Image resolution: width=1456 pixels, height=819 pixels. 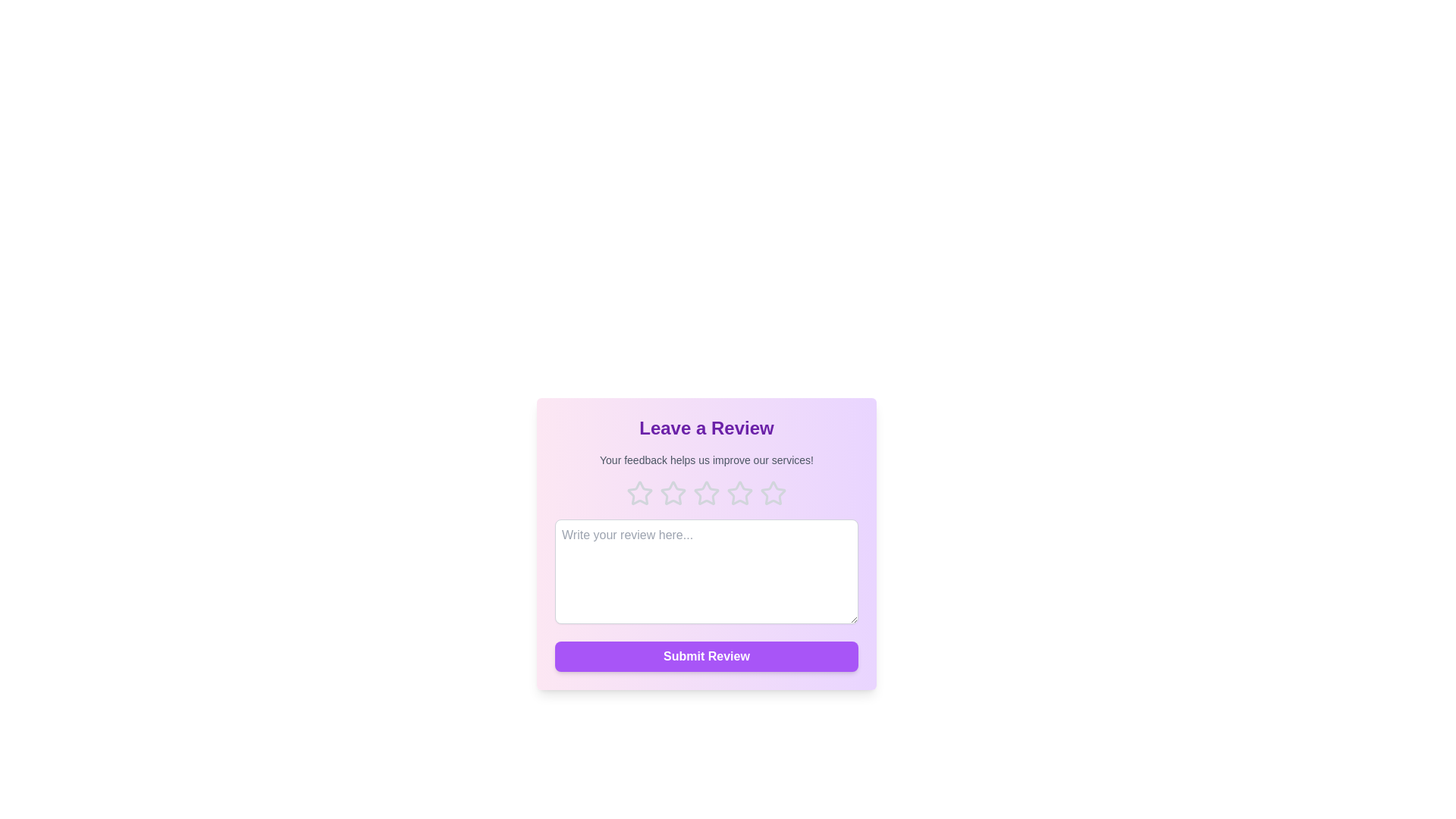 What do you see at coordinates (673, 494) in the screenshot?
I see `the 2 star to highlight it` at bounding box center [673, 494].